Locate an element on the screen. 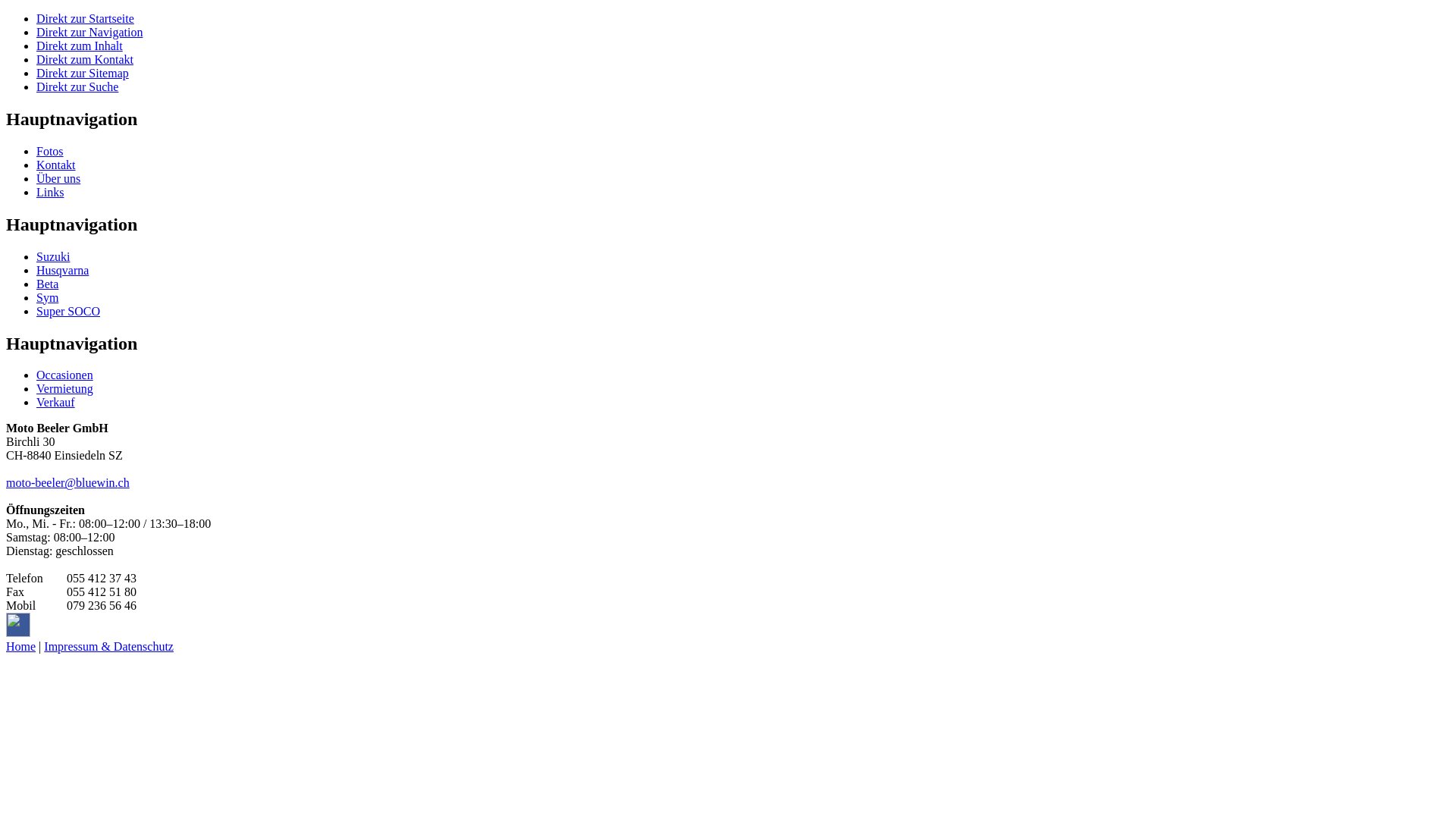  'Direkt zur Startseite' is located at coordinates (84, 18).